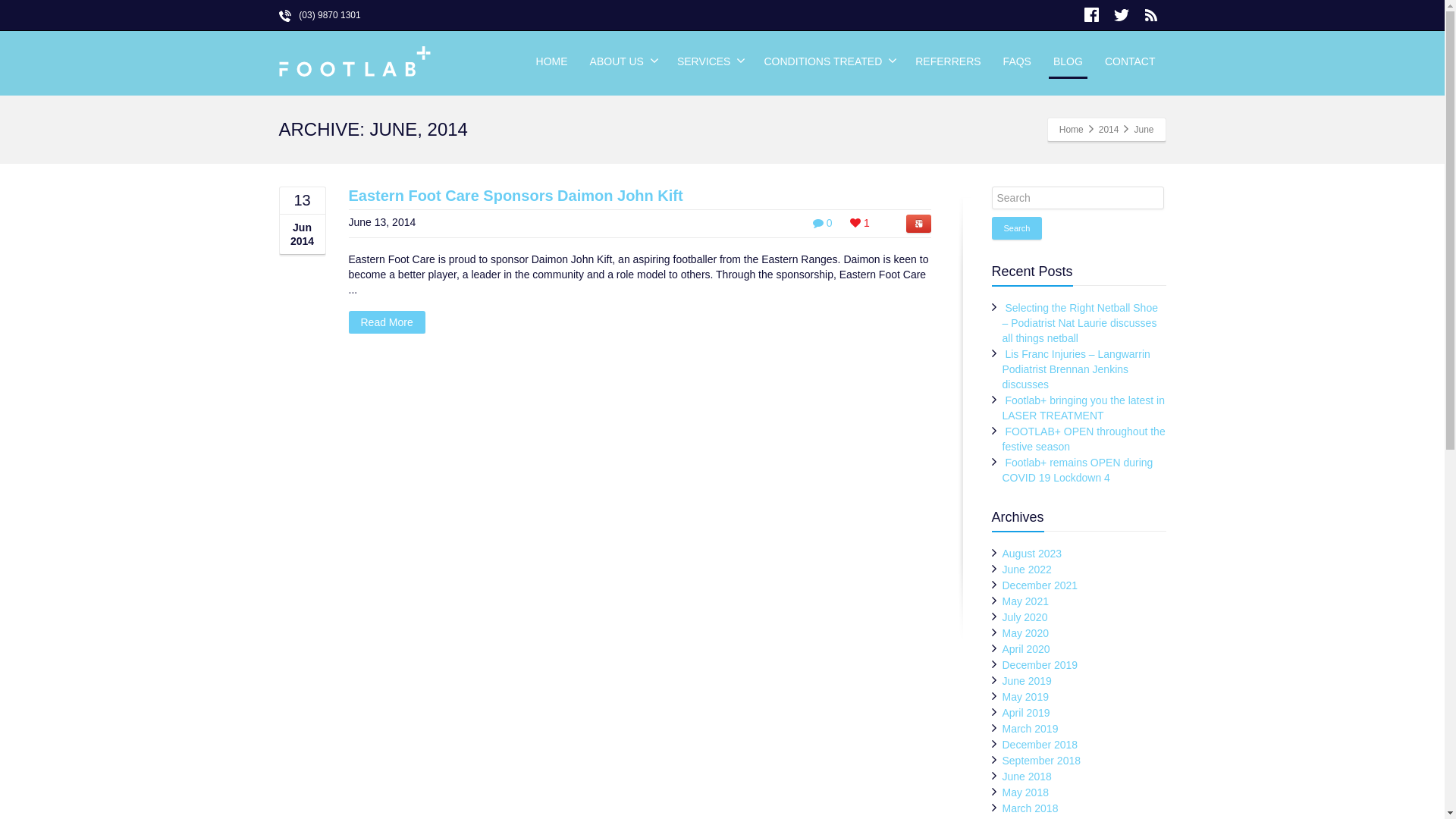 Image resolution: width=1456 pixels, height=819 pixels. What do you see at coordinates (1150, 14) in the screenshot?
I see `'Rss'` at bounding box center [1150, 14].